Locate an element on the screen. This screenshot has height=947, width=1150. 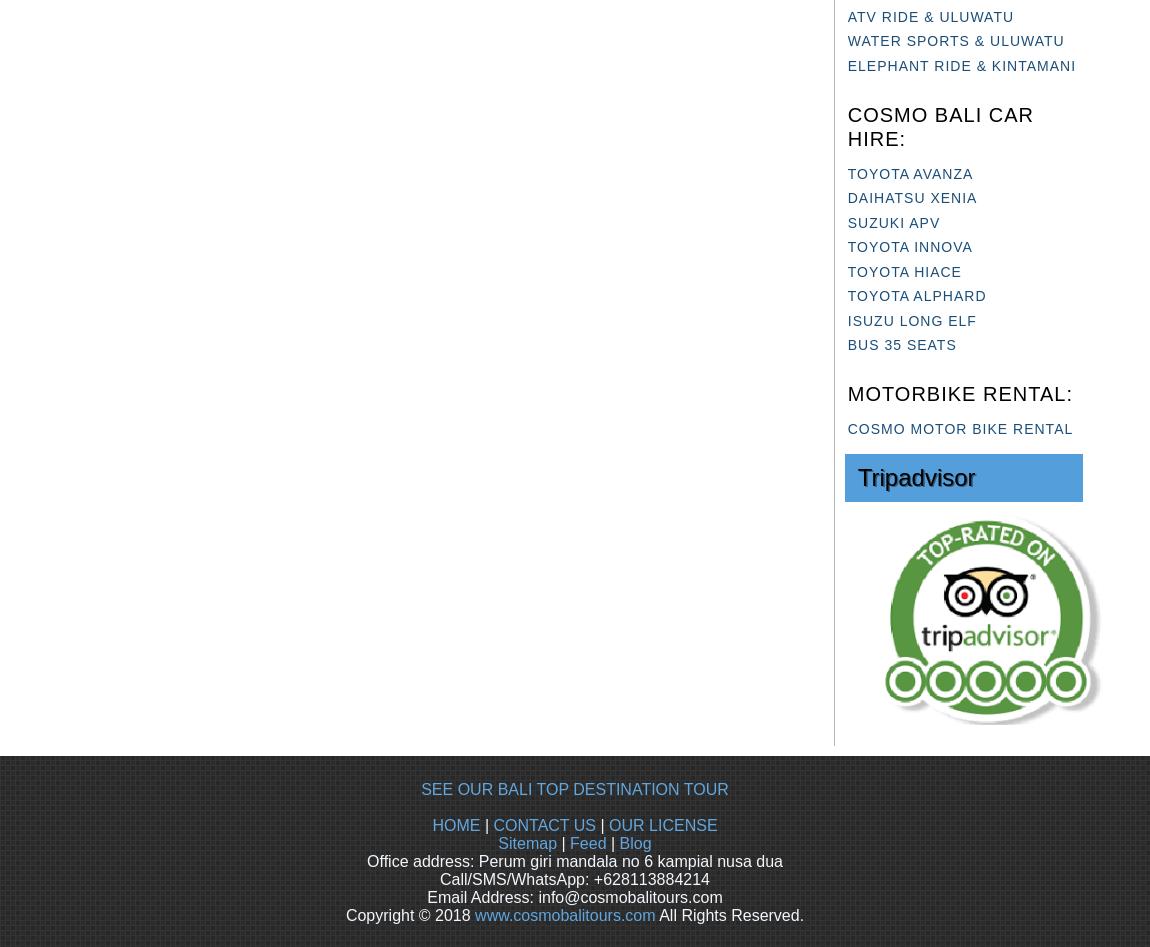
'TOYOTA ALPHARD' is located at coordinates (916, 295).